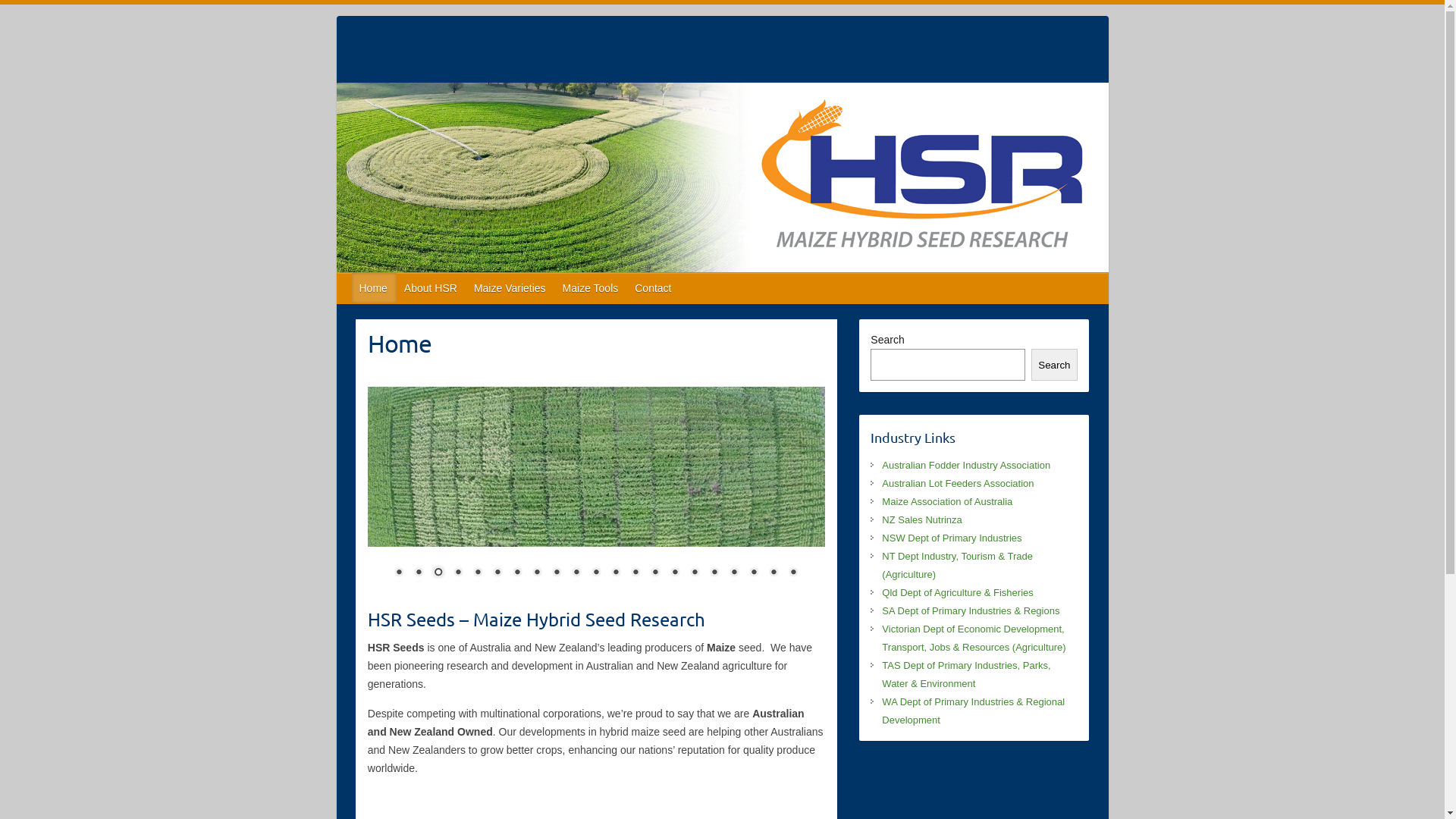 This screenshot has height=819, width=1456. What do you see at coordinates (595, 573) in the screenshot?
I see `'11'` at bounding box center [595, 573].